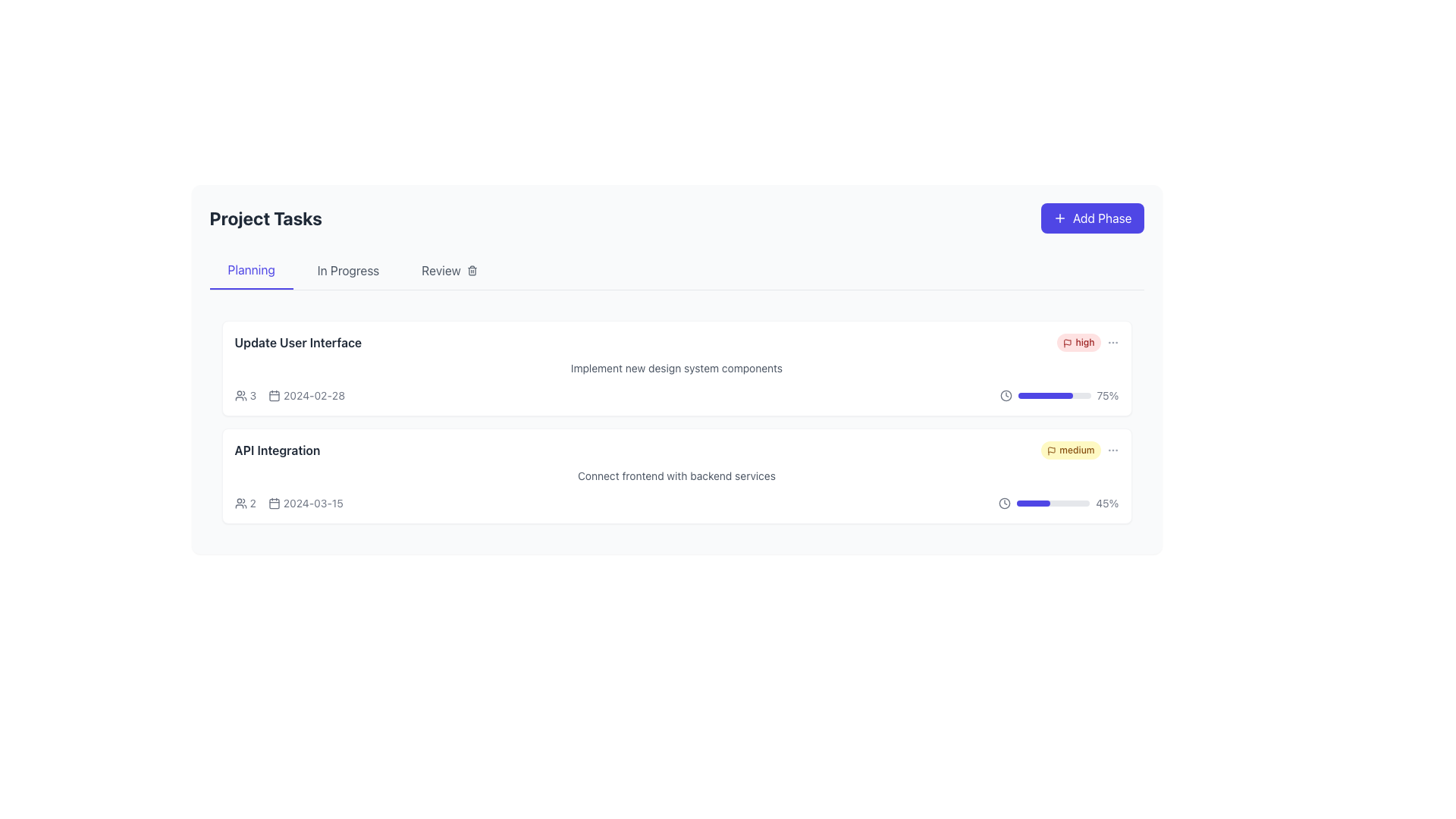  What do you see at coordinates (1078, 342) in the screenshot?
I see `the priority level indicator label located in the first card of the Planning tab, under 'Update User Interface', positioned to the right of the card and above the progress bar` at bounding box center [1078, 342].